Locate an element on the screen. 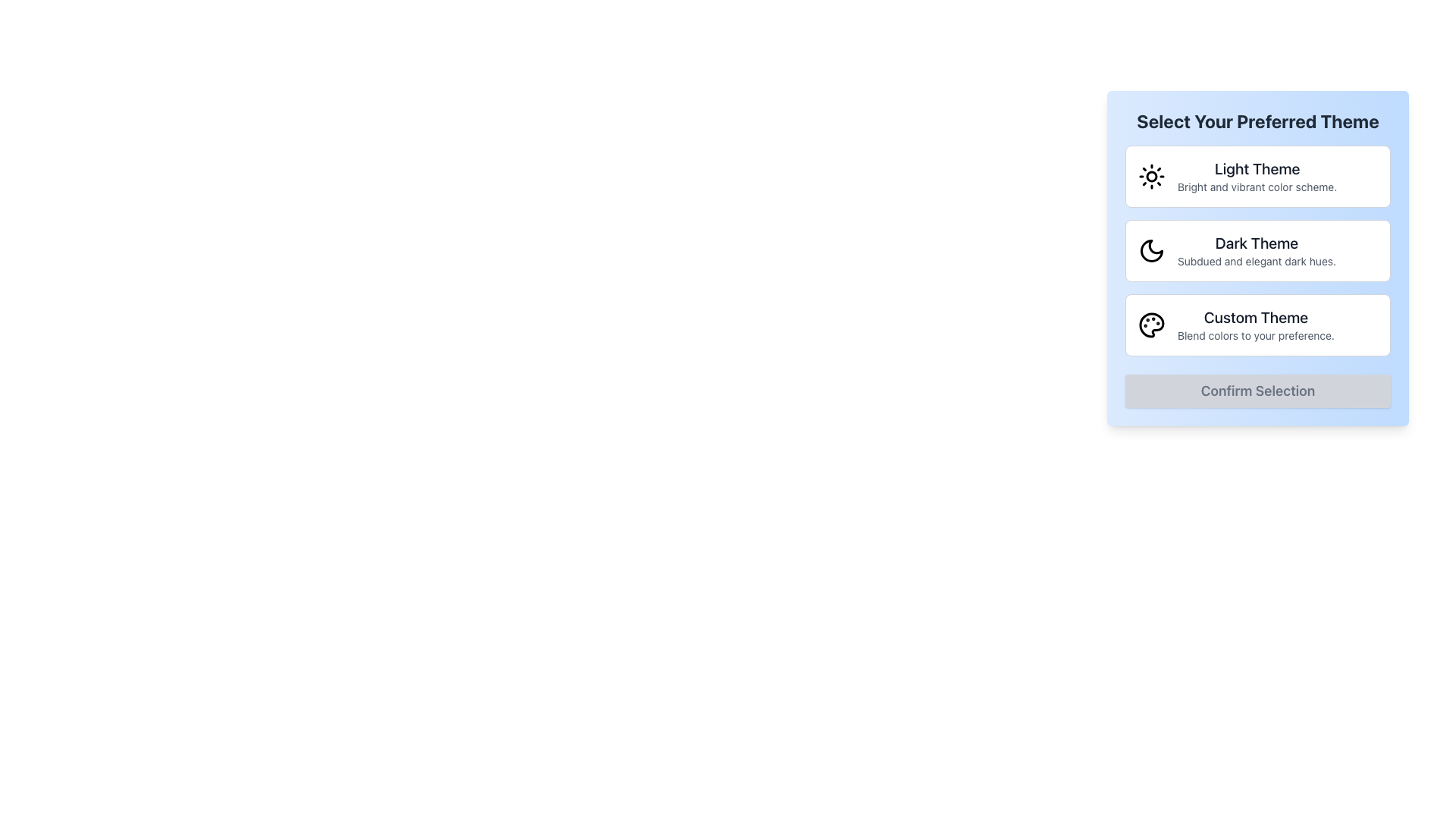 Image resolution: width=1456 pixels, height=819 pixels. the text label that provides a description about the 'Custom Theme' selection, located directly below the bold title 'Custom Theme' within the theme selection card is located at coordinates (1256, 335).